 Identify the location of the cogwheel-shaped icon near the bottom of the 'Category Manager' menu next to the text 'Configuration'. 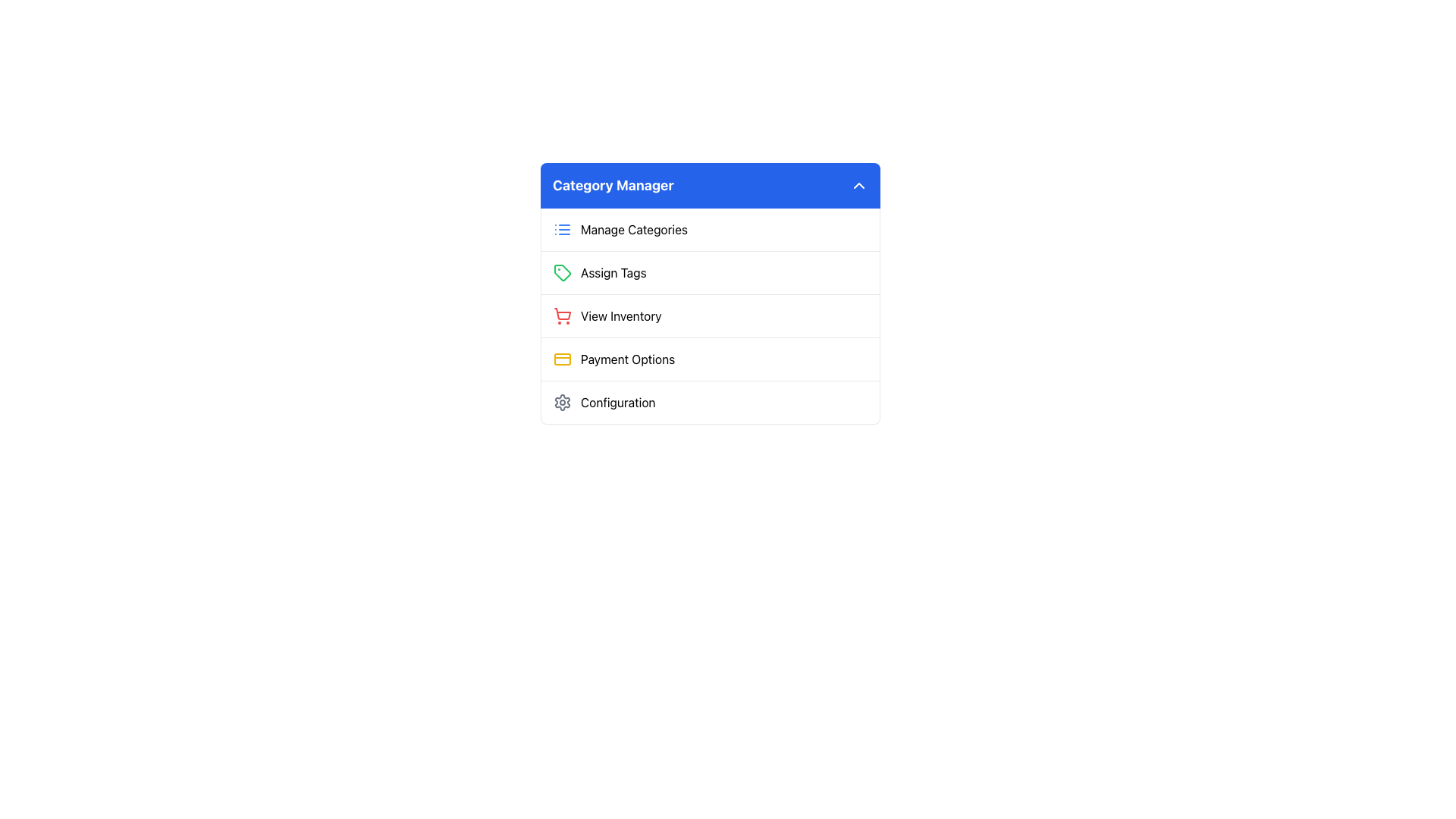
(562, 402).